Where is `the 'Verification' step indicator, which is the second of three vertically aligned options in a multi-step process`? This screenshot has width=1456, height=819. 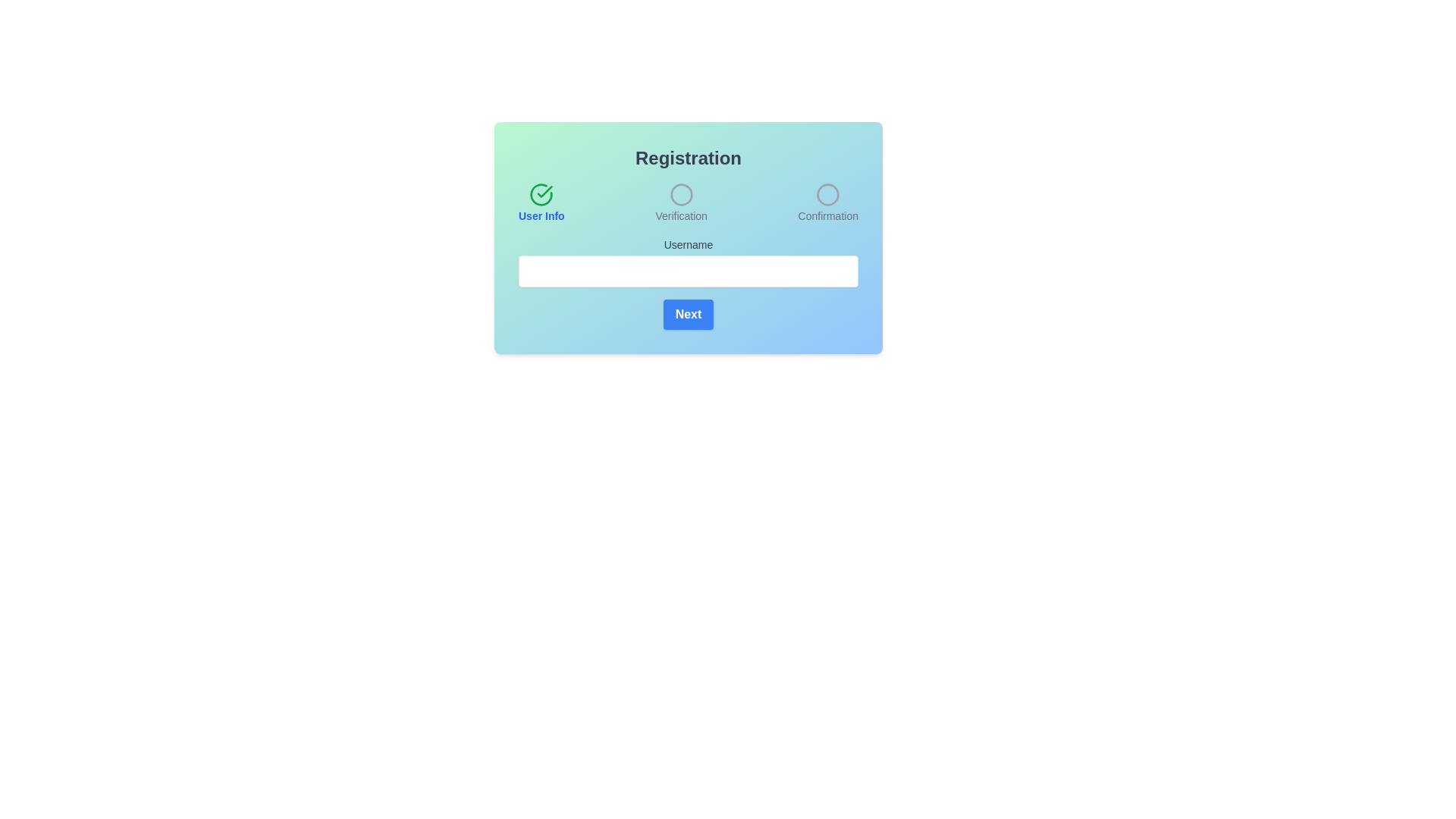 the 'Verification' step indicator, which is the second of three vertically aligned options in a multi-step process is located at coordinates (680, 203).